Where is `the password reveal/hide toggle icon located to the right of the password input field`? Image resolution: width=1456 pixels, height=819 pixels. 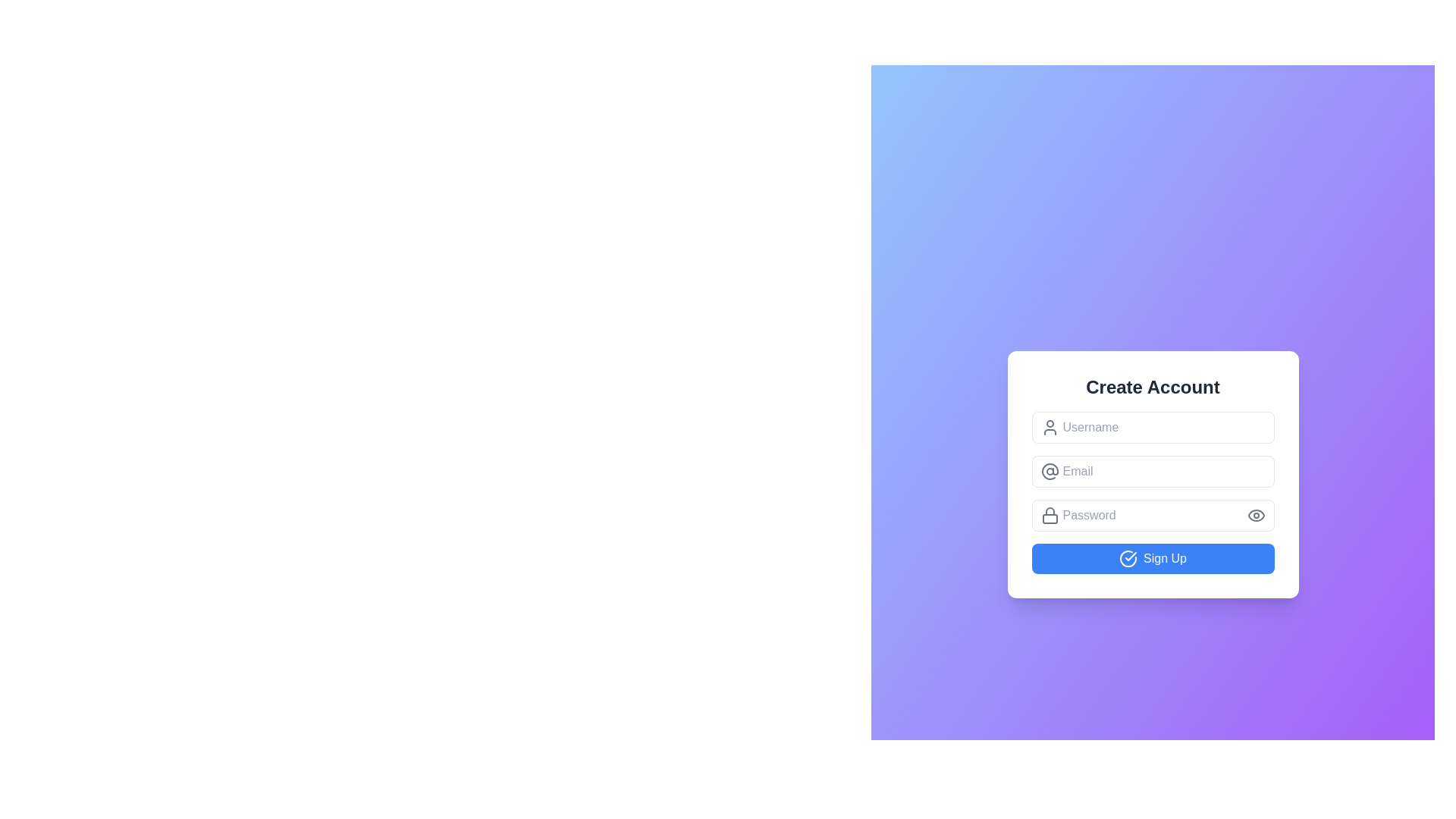
the password reveal/hide toggle icon located to the right of the password input field is located at coordinates (1256, 514).